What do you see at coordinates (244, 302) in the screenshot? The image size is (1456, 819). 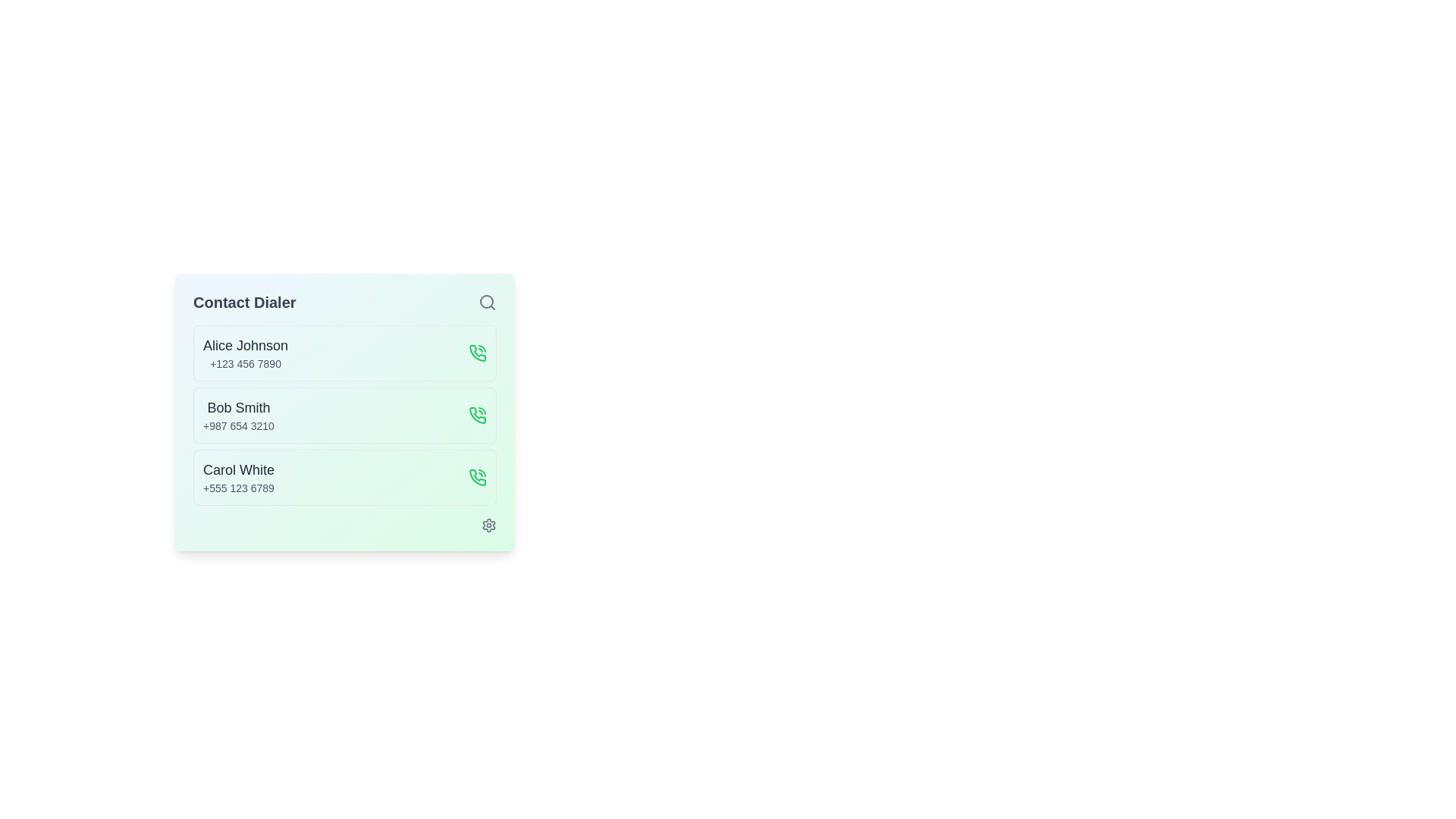 I see `the static text label located at the top left of the interface, which serves as a title or label for the displayed content` at bounding box center [244, 302].